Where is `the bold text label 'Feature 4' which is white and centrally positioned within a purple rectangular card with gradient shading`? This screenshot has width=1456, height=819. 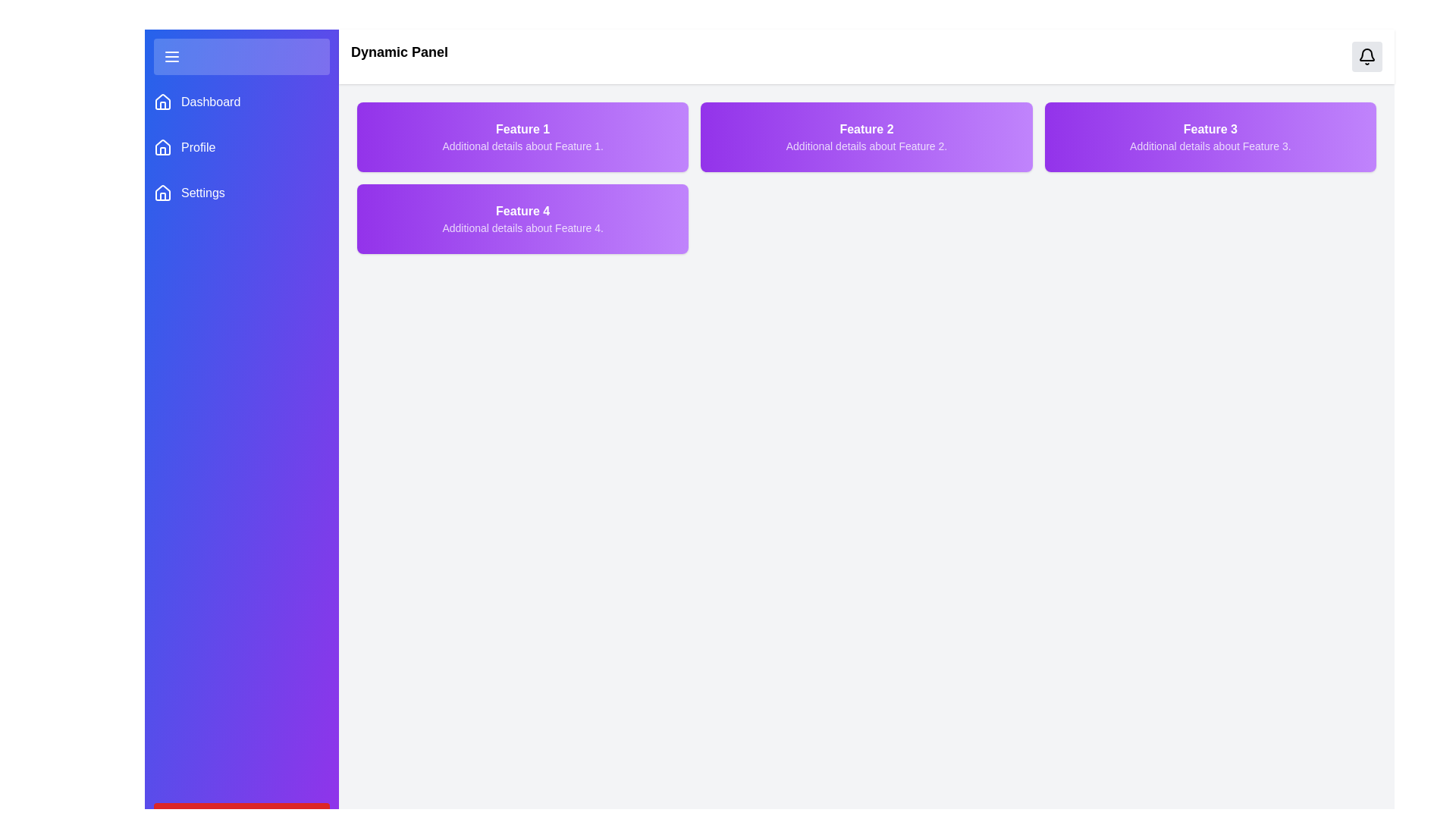
the bold text label 'Feature 4' which is white and centrally positioned within a purple rectangular card with gradient shading is located at coordinates (522, 211).